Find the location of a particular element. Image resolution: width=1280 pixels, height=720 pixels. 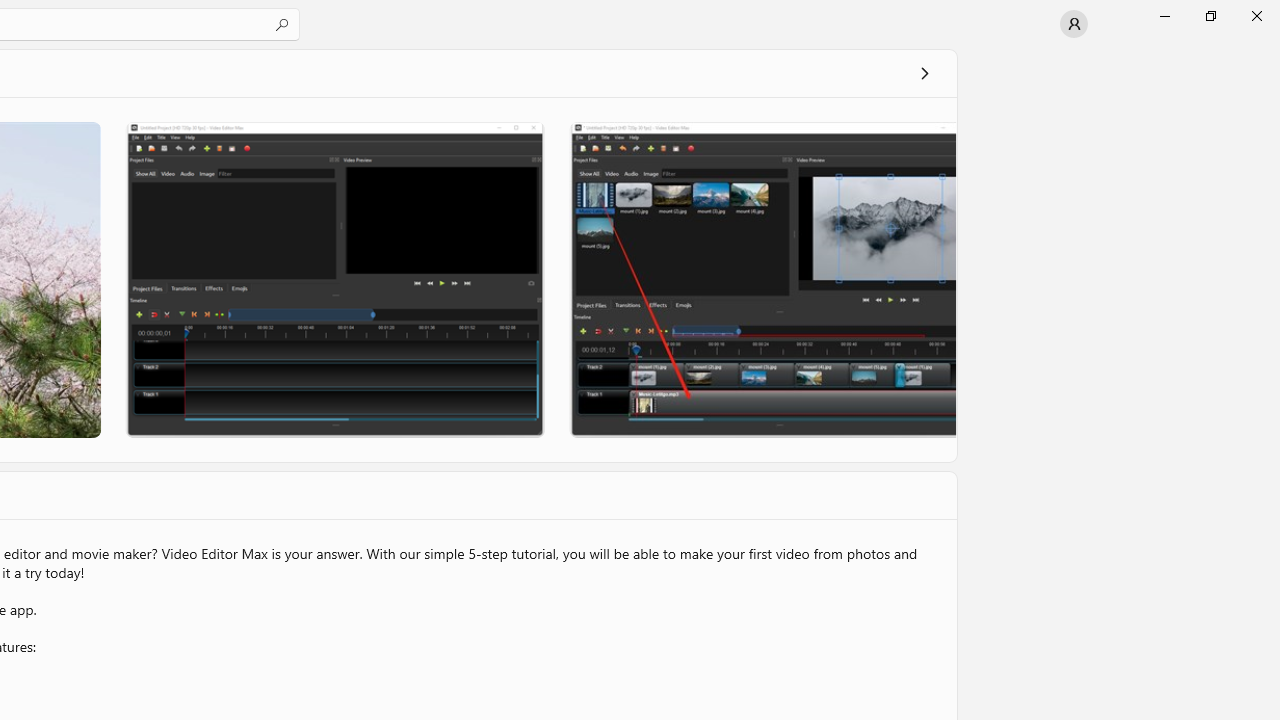

'Minimize Microsoft Store' is located at coordinates (1164, 15).